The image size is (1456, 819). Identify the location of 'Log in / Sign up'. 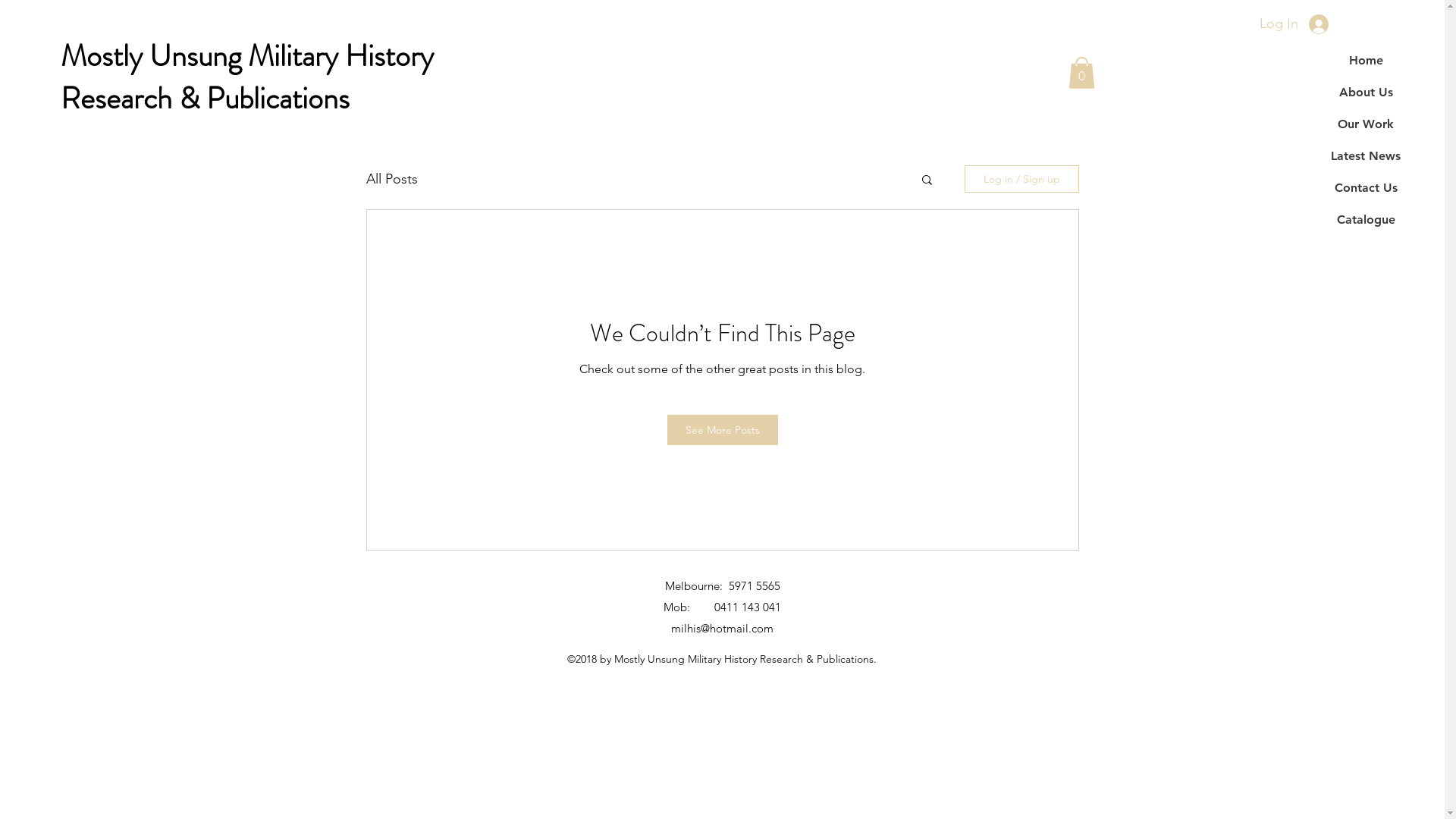
(1021, 177).